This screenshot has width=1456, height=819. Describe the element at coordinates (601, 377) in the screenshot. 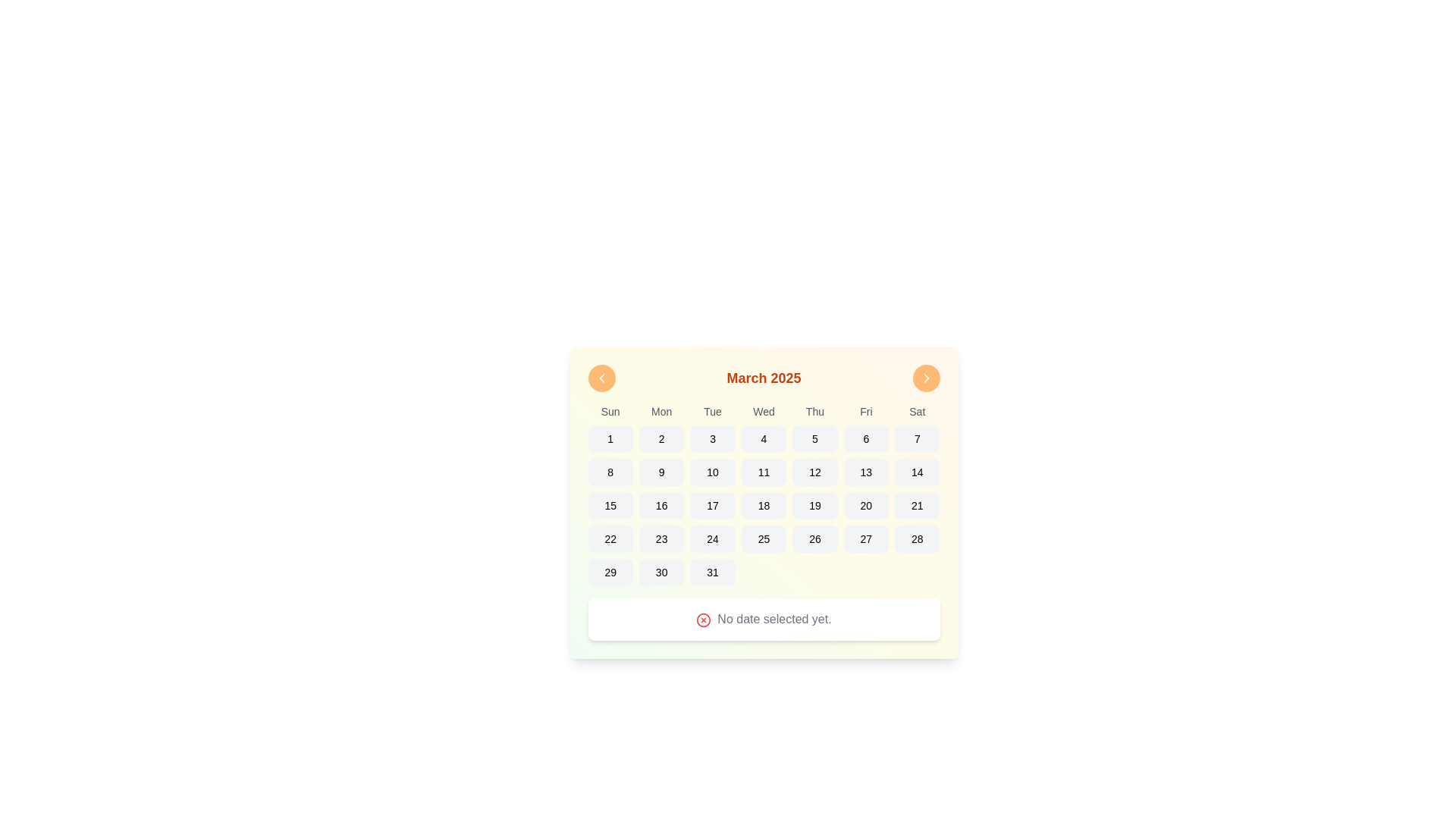

I see `the circular button with an orange background and a white left chevron icon, located just before the text 'March 2025'` at that location.